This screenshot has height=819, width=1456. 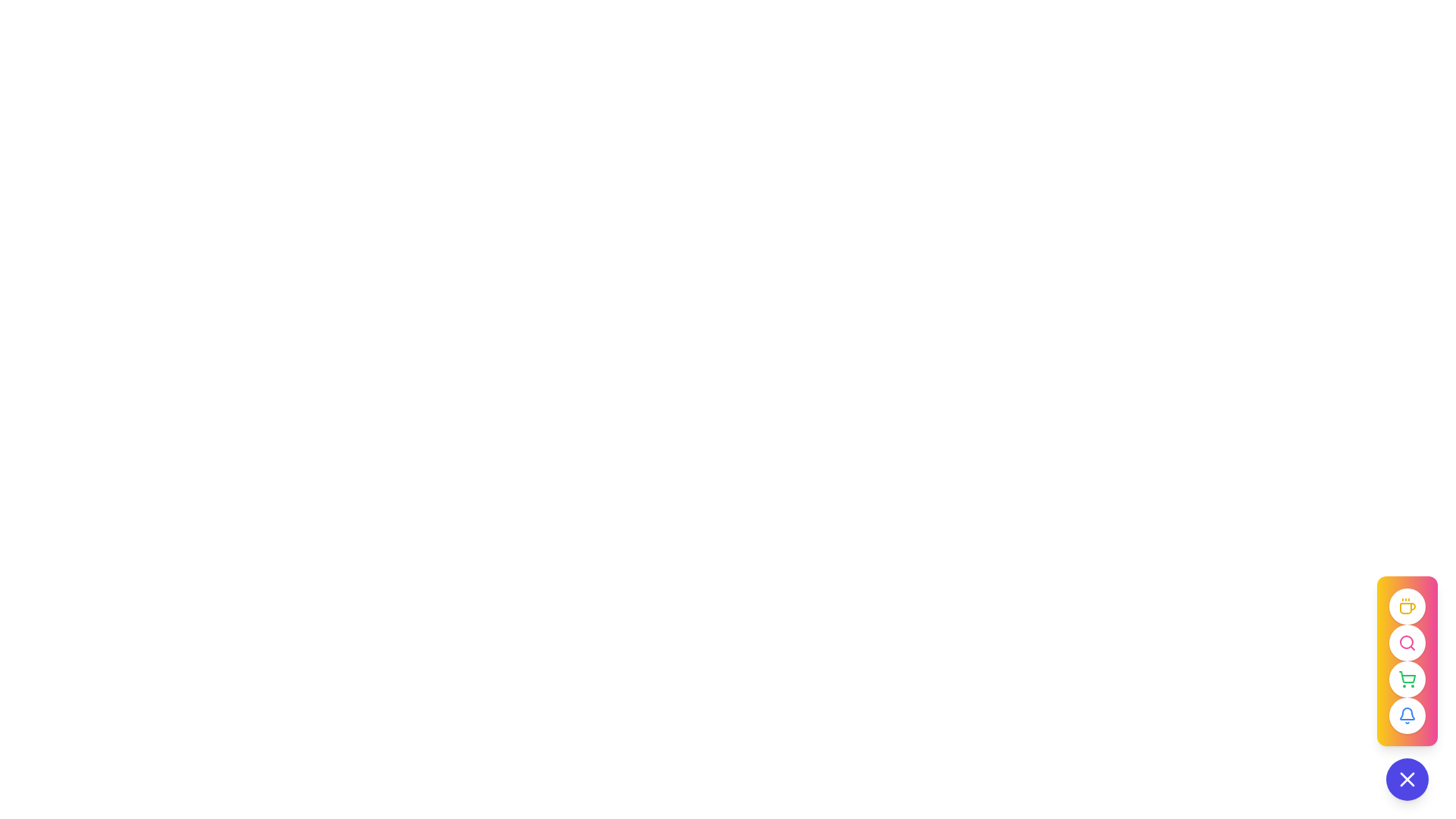 I want to click on the coffee mug icon button located at the top of the vertical stack in the colorful sidebar, so click(x=1407, y=605).